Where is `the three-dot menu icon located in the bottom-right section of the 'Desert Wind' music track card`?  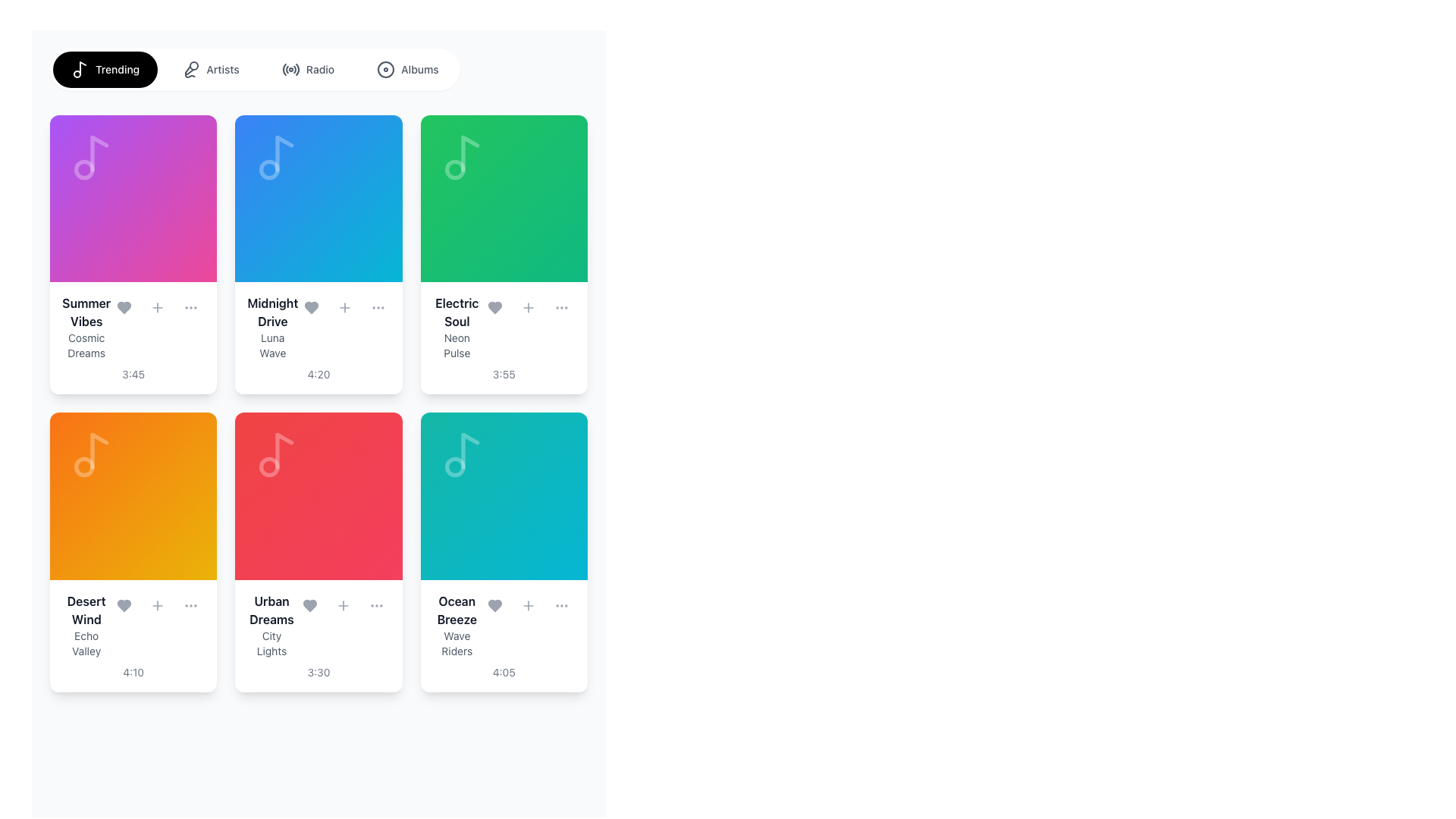
the three-dot menu icon located in the bottom-right section of the 'Desert Wind' music track card is located at coordinates (190, 604).